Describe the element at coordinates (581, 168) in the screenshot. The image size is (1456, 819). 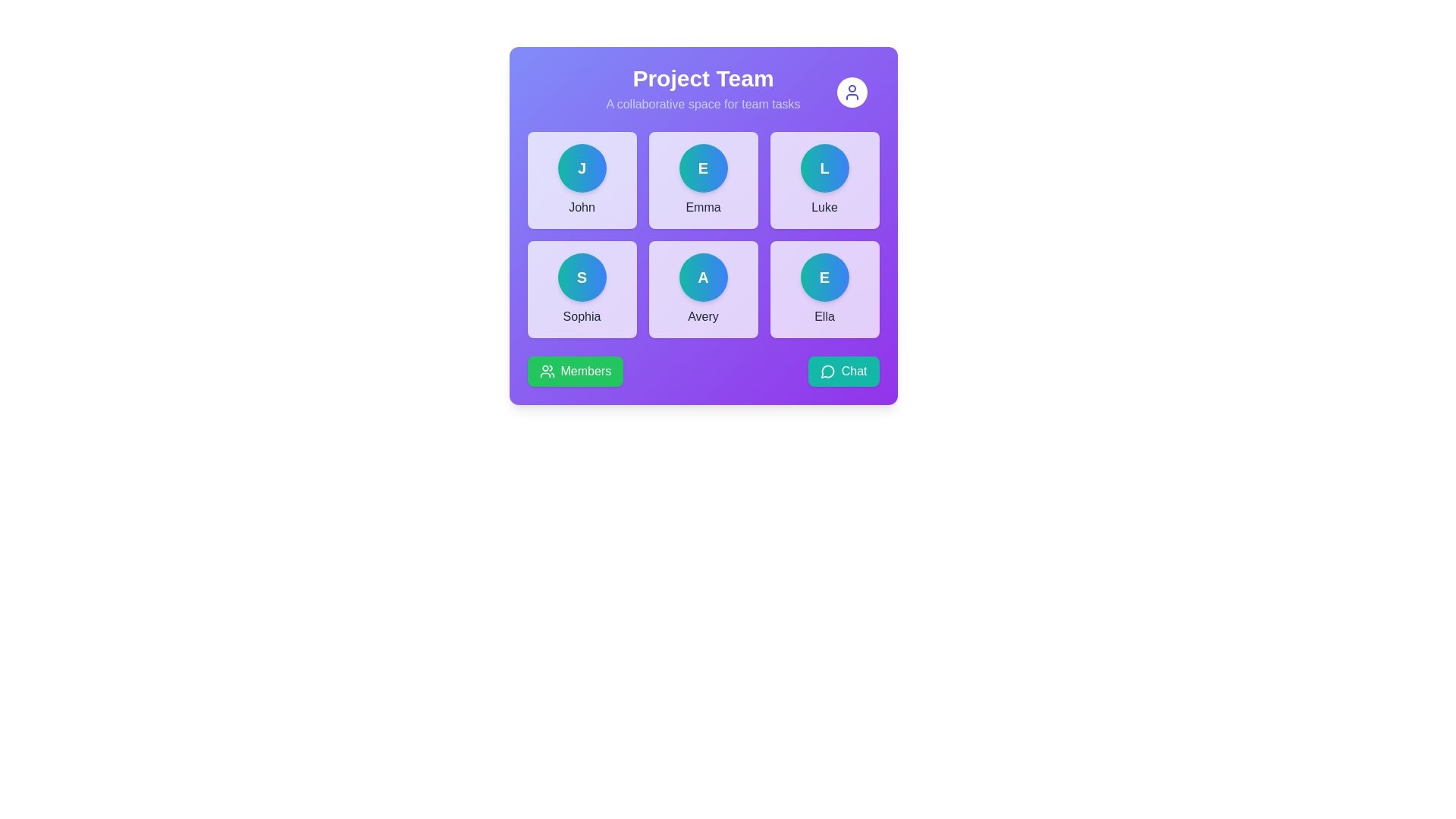
I see `the circular badge Avatar featuring a bold white 'J' centered within a gradient background transitioning from teal to blue, located in the upper-central section of the 'John' card` at that location.